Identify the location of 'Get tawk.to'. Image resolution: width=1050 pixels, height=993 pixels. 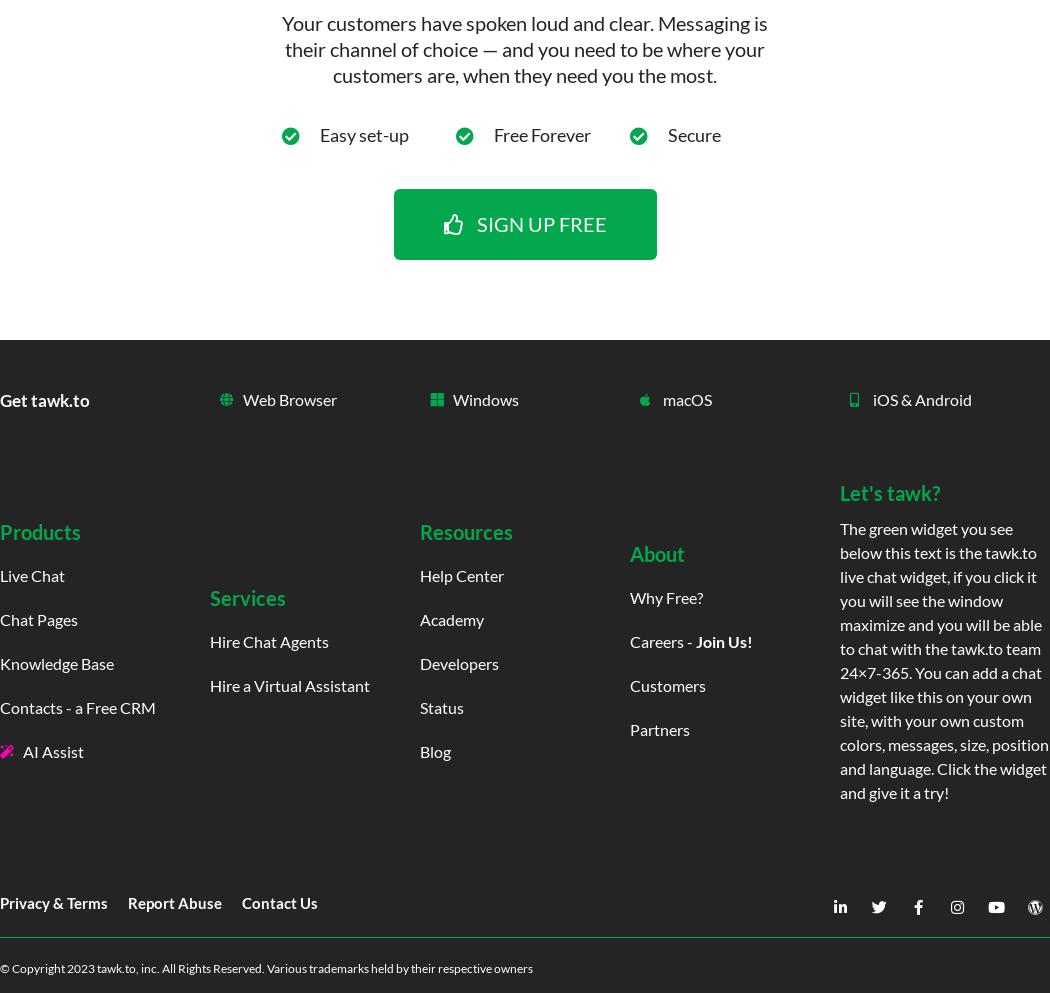
(44, 398).